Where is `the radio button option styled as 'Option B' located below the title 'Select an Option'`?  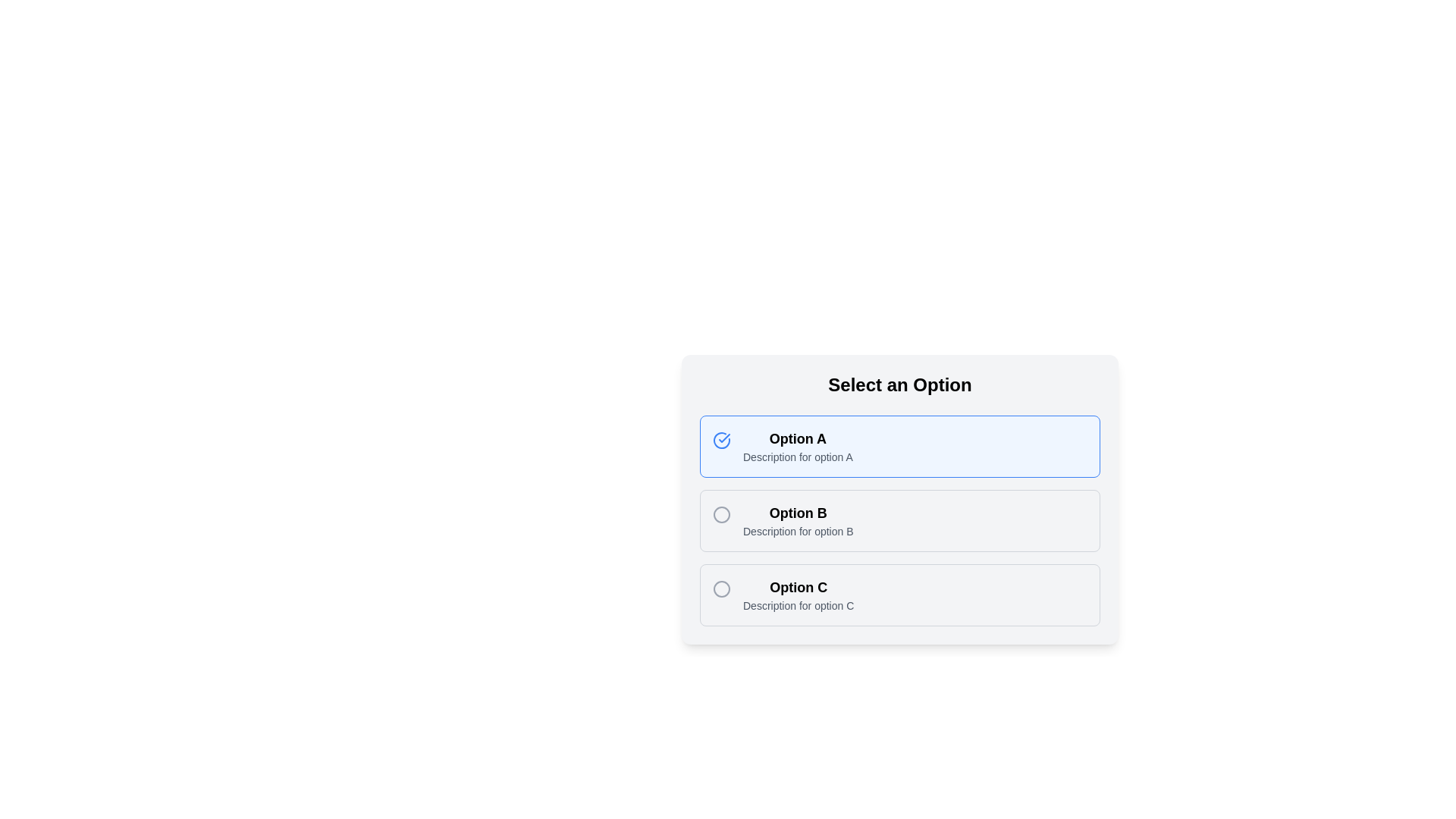
the radio button option styled as 'Option B' located below the title 'Select an Option' is located at coordinates (899, 519).